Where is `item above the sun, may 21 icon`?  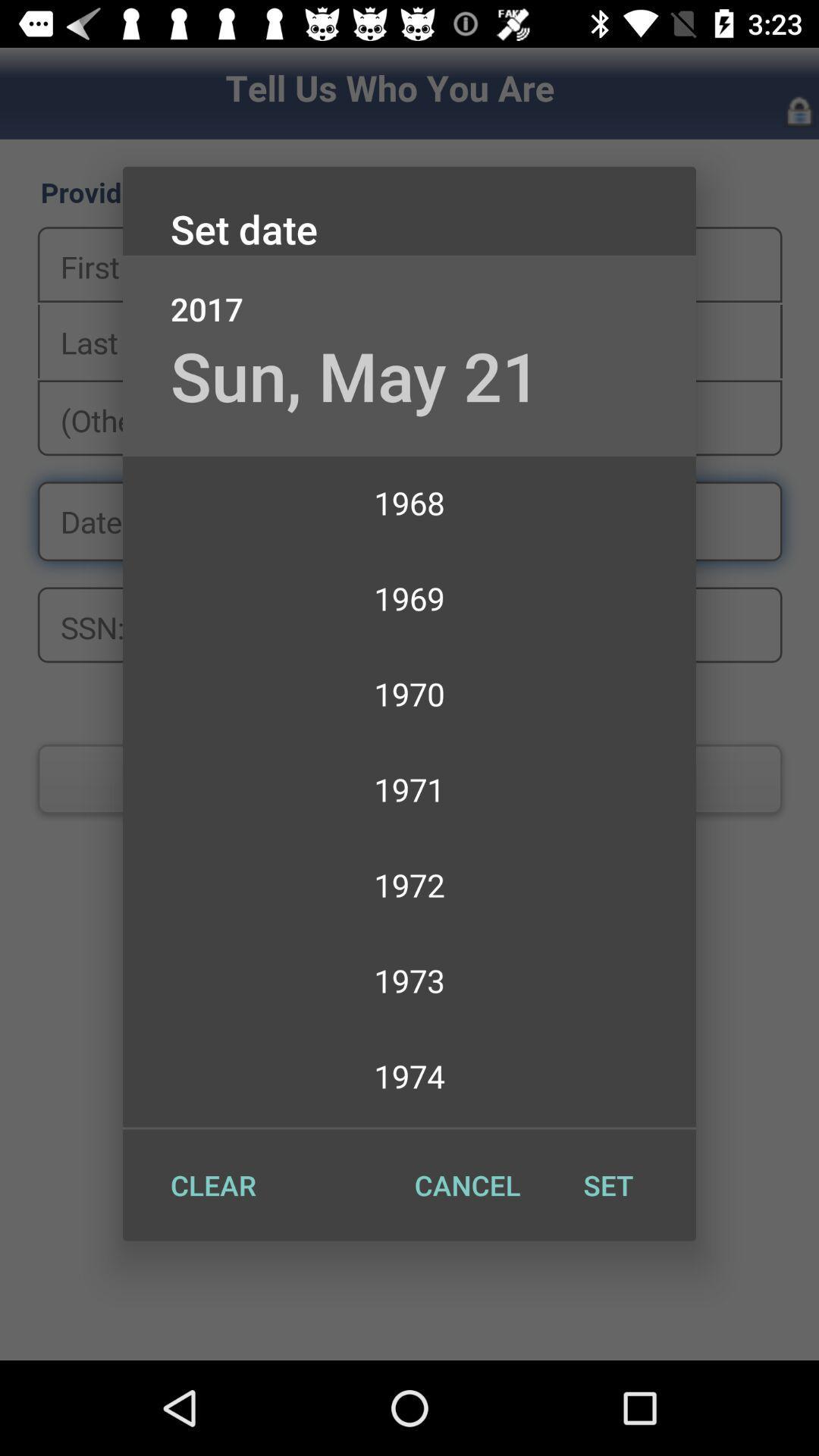 item above the sun, may 21 icon is located at coordinates (409, 293).